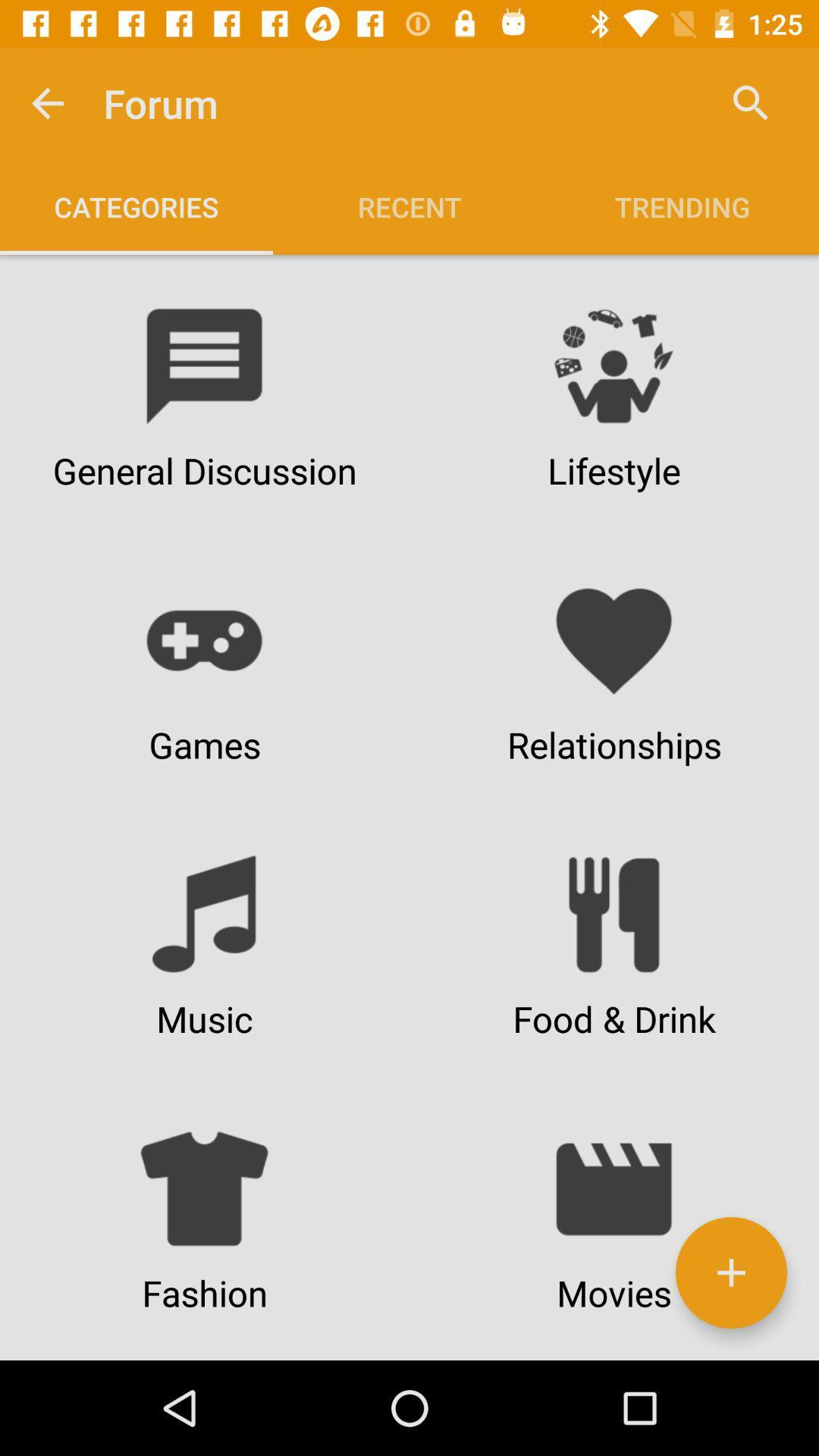 The image size is (819, 1456). What do you see at coordinates (730, 1272) in the screenshot?
I see `to categories` at bounding box center [730, 1272].